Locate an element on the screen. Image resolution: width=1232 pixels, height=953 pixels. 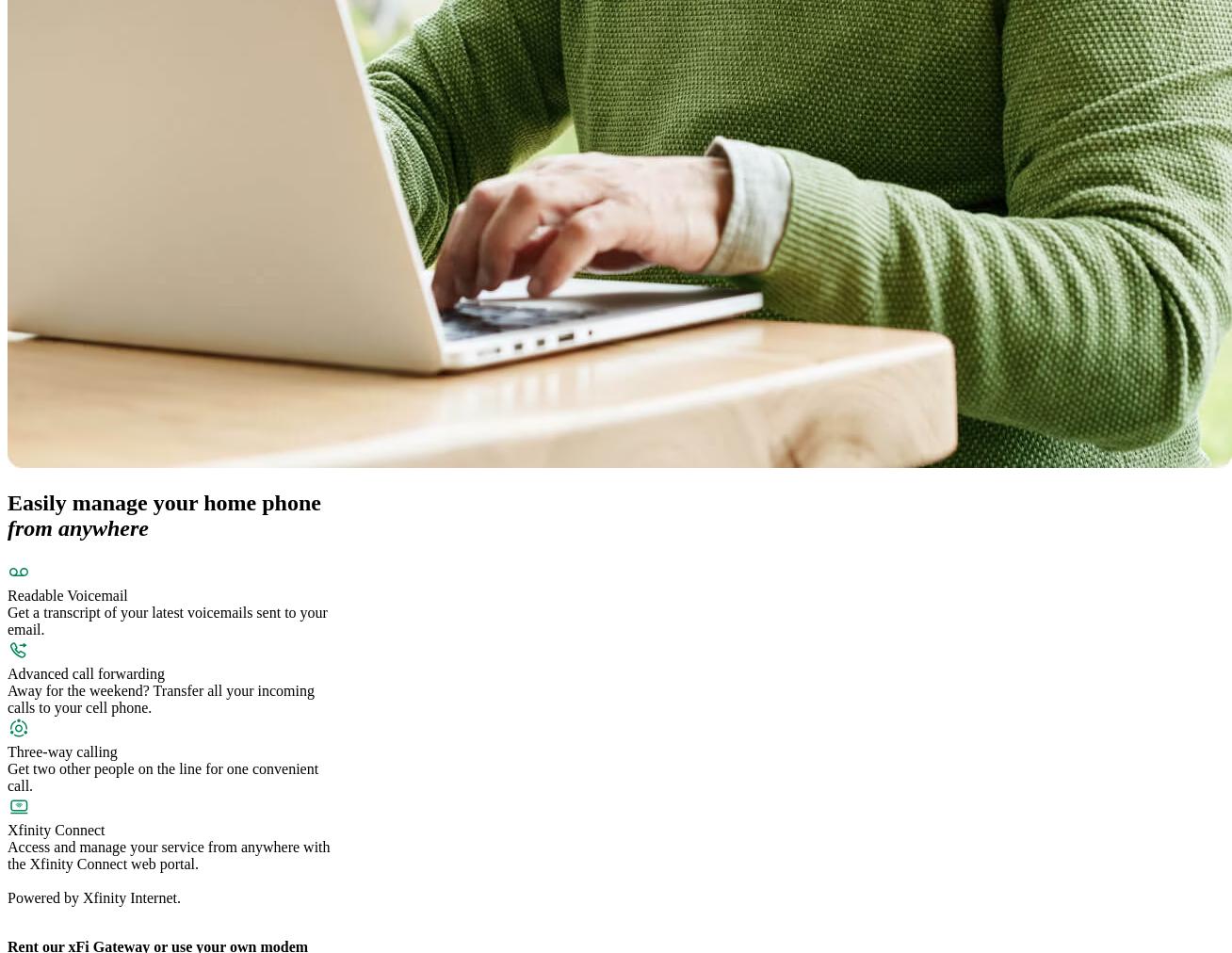
'Advanced call forwarding' is located at coordinates (85, 673).